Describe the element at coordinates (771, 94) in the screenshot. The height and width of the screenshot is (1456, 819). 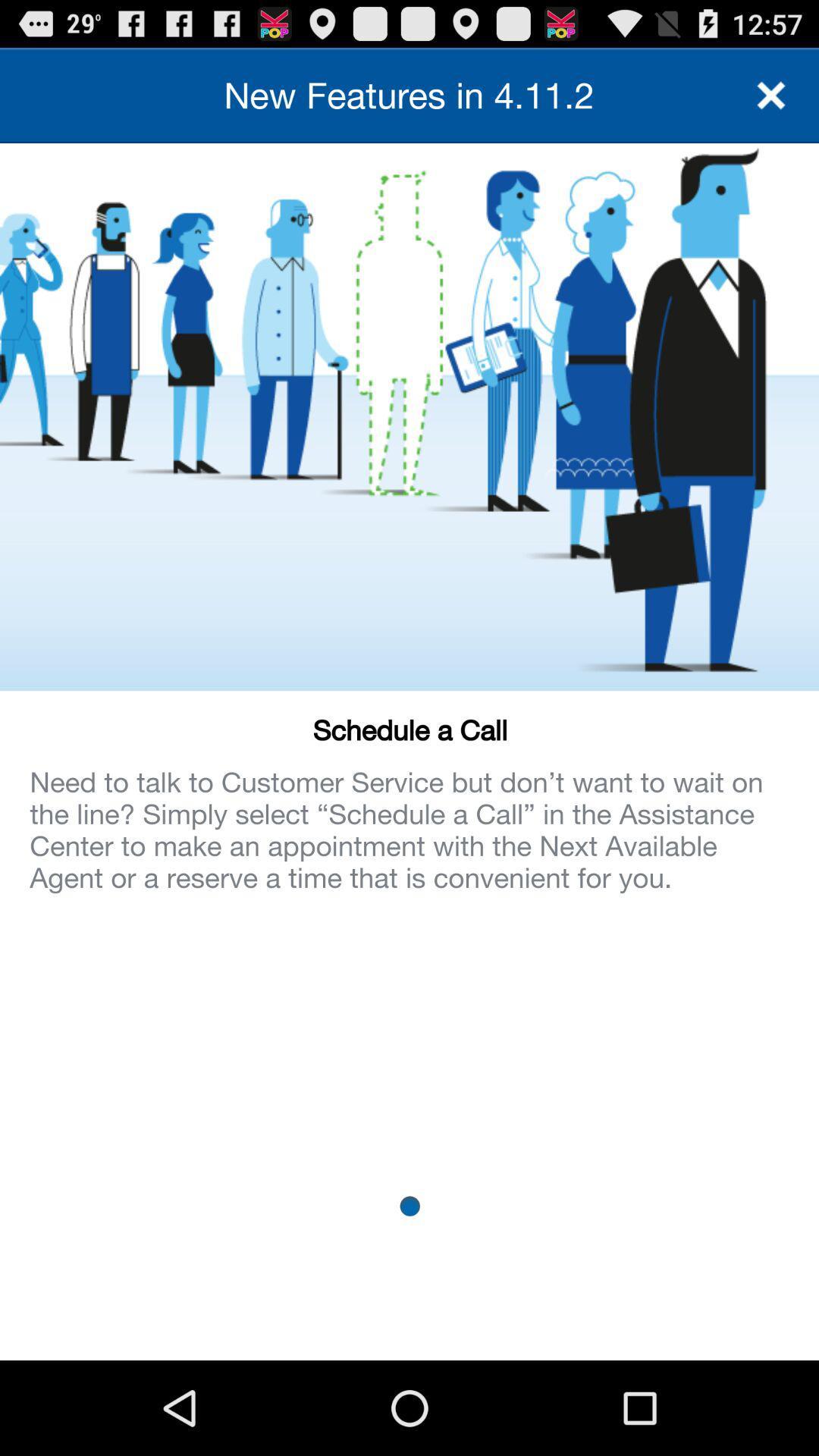
I see `exit` at that location.